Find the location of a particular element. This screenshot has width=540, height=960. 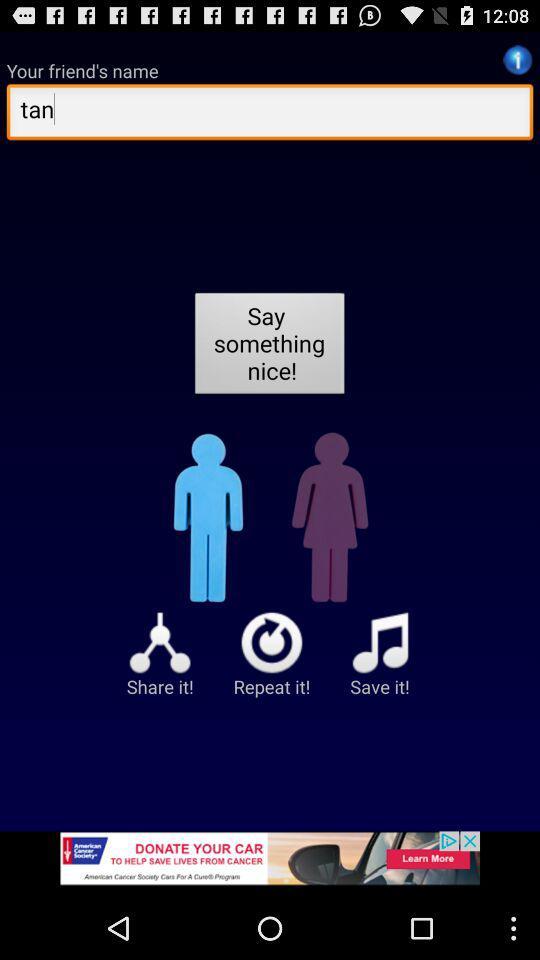

the info icon is located at coordinates (517, 64).